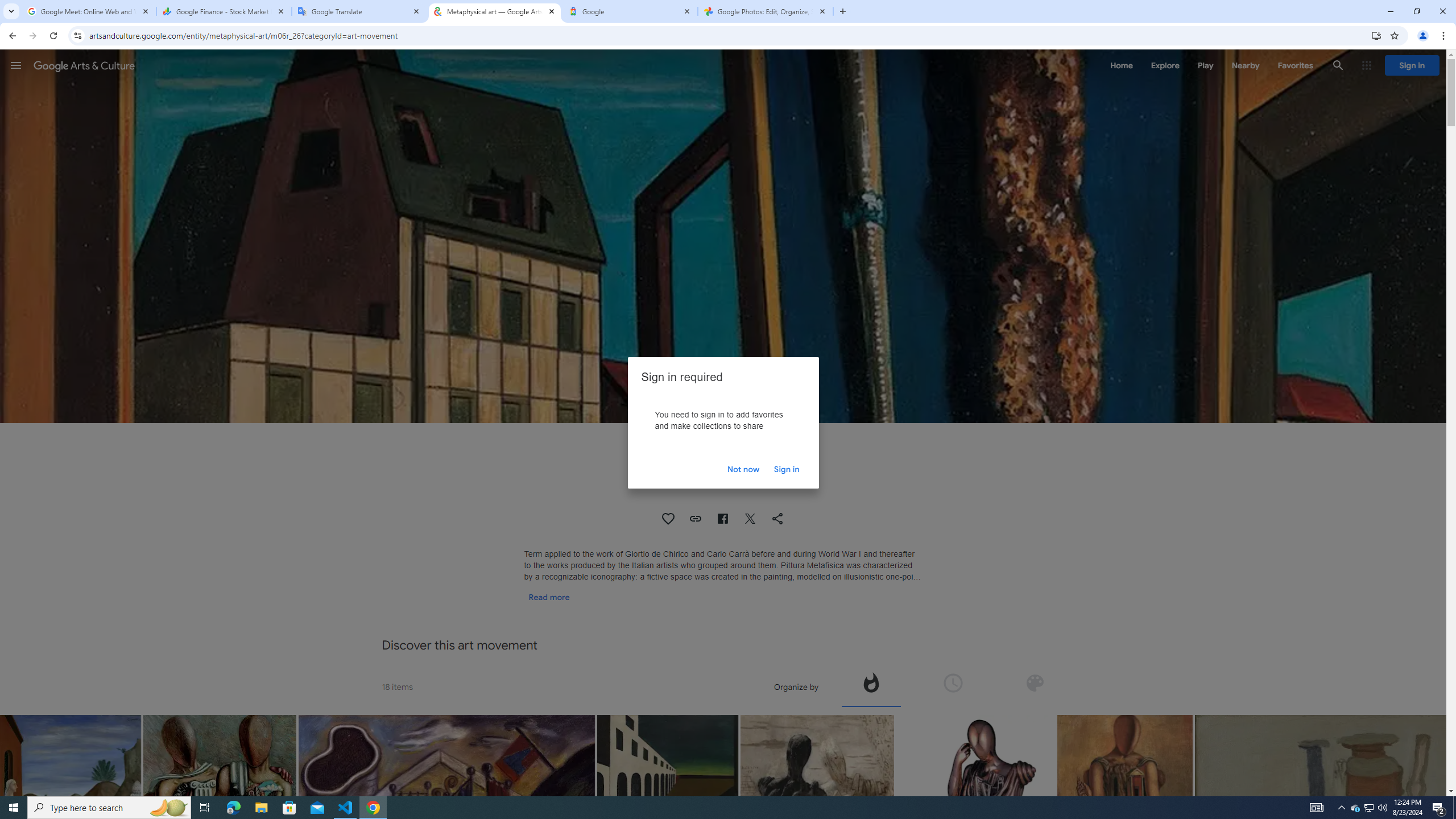 This screenshot has height=819, width=1456. What do you see at coordinates (1164, 65) in the screenshot?
I see `'Explore'` at bounding box center [1164, 65].